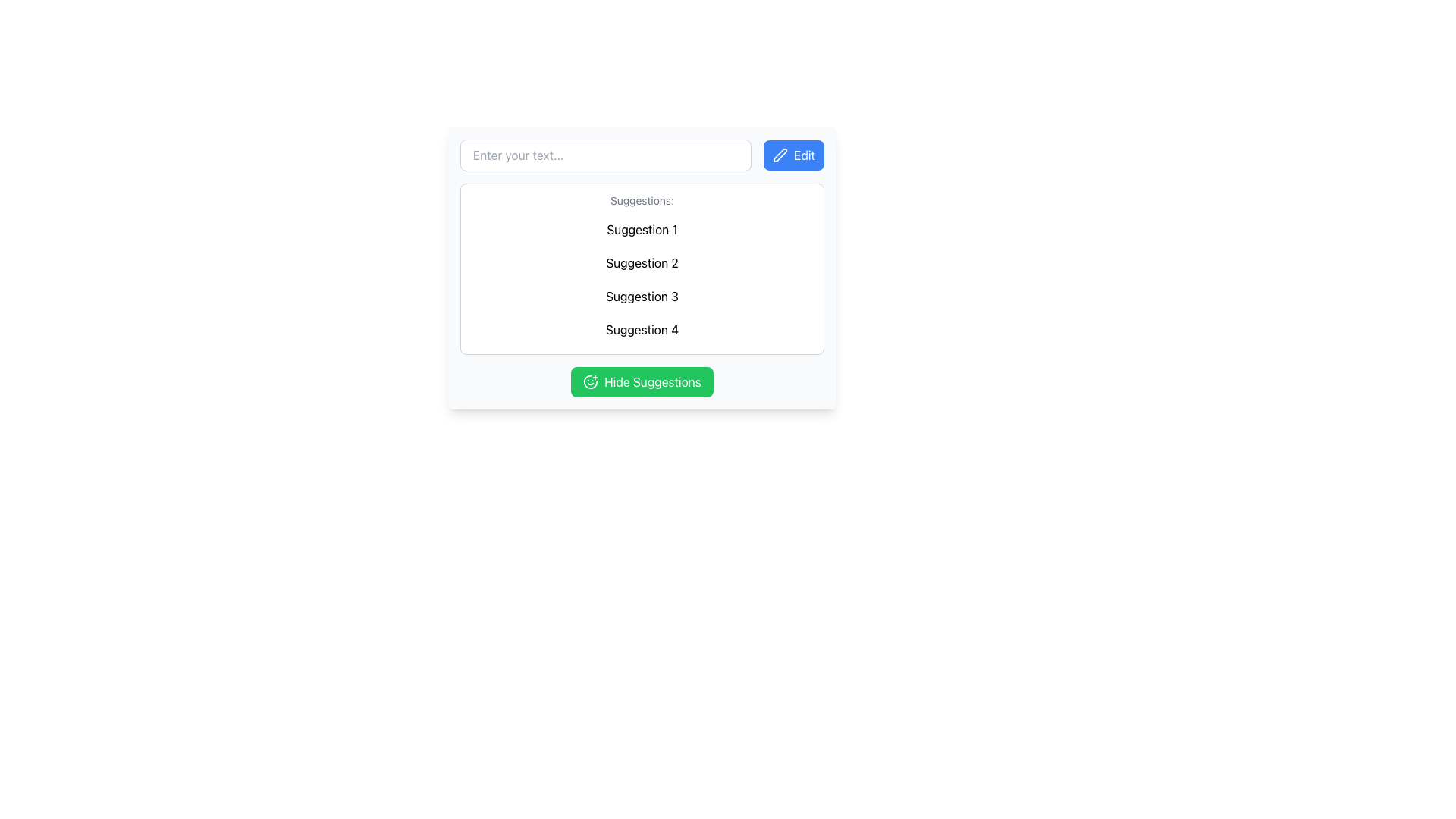  I want to click on the 'Edit' text label styled within a blue button, which features white text and is accompanied by a pencil icon, located in the top-right corner of the interface, so click(803, 155).